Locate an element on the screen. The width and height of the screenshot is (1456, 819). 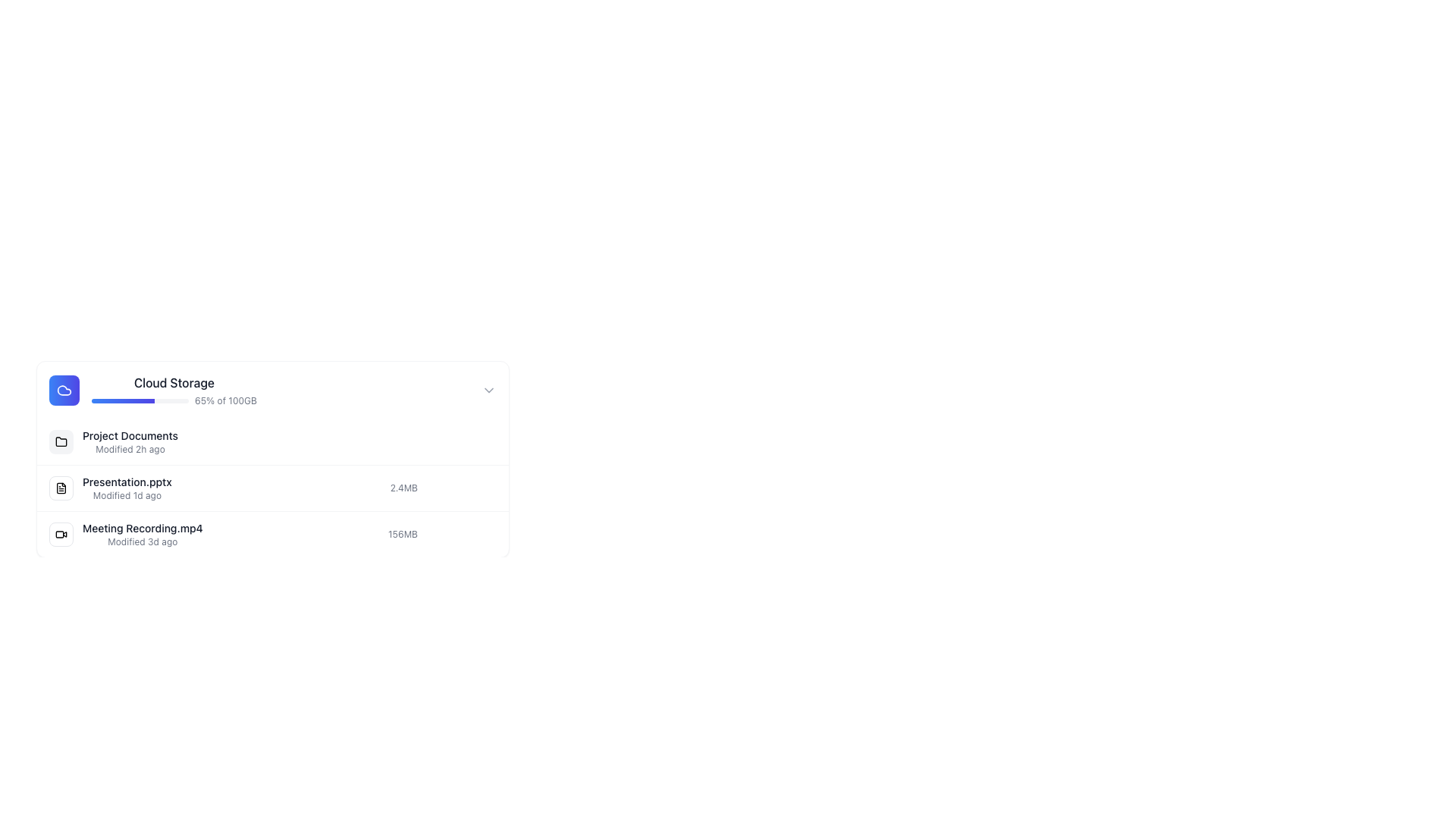
the text label that provides information about the size of the file 'Meeting Recording.mp4', located in the third row of the file list, to the right of the filename is located at coordinates (403, 534).